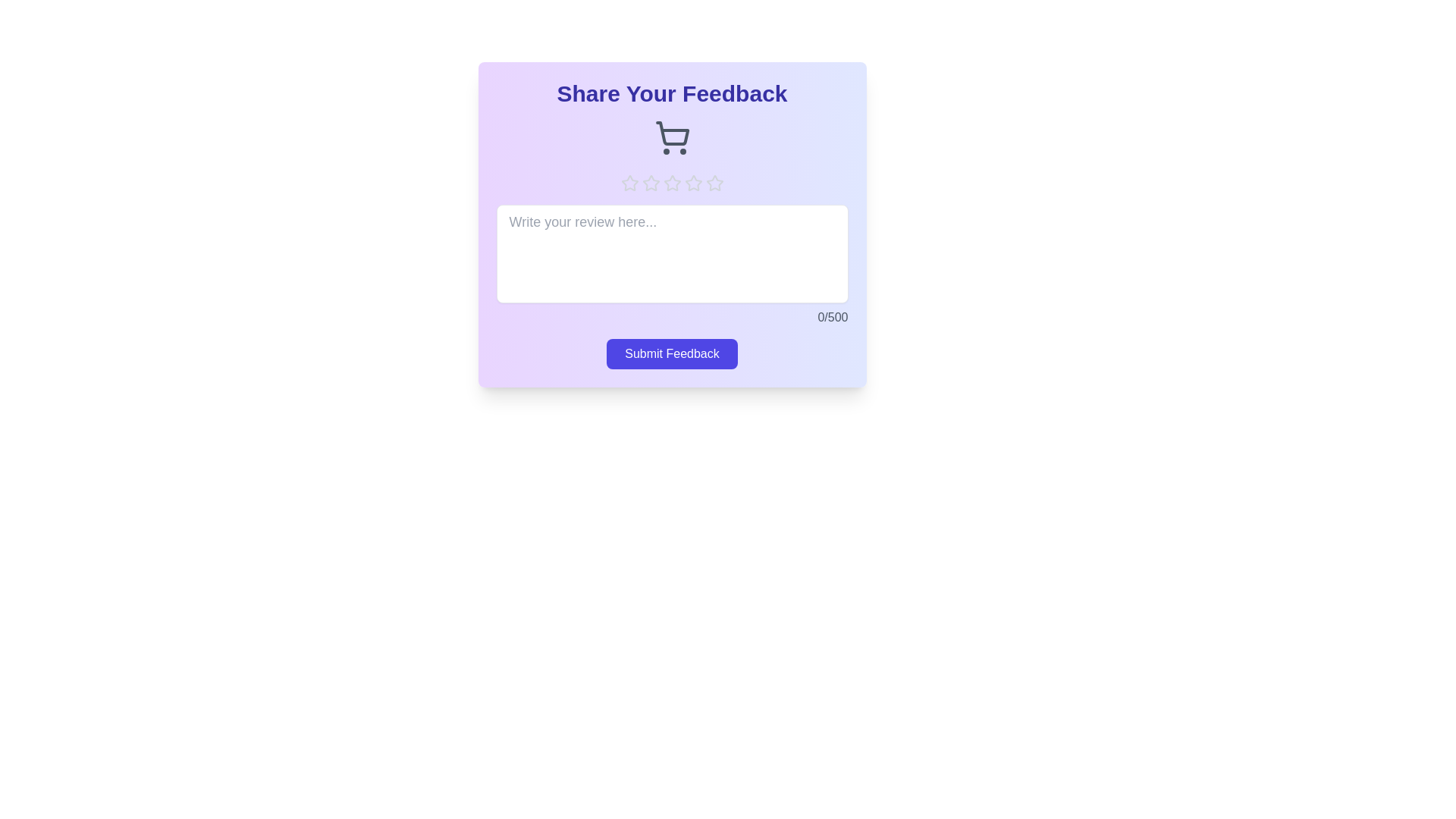 The image size is (1456, 819). I want to click on the shopping cart icon in the center of the panel, so click(671, 137).